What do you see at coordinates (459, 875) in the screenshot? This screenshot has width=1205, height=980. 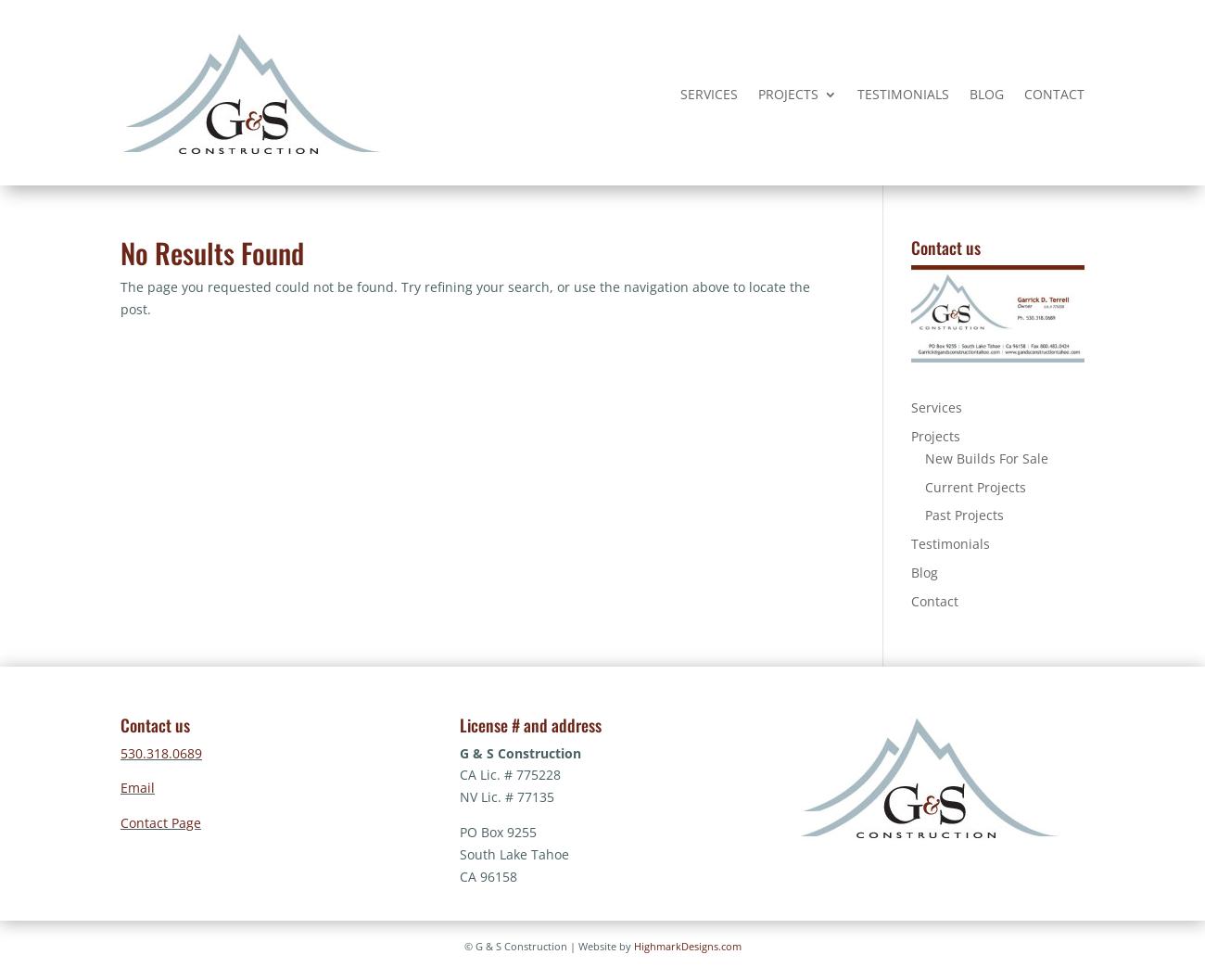 I see `'CA 96158'` at bounding box center [459, 875].